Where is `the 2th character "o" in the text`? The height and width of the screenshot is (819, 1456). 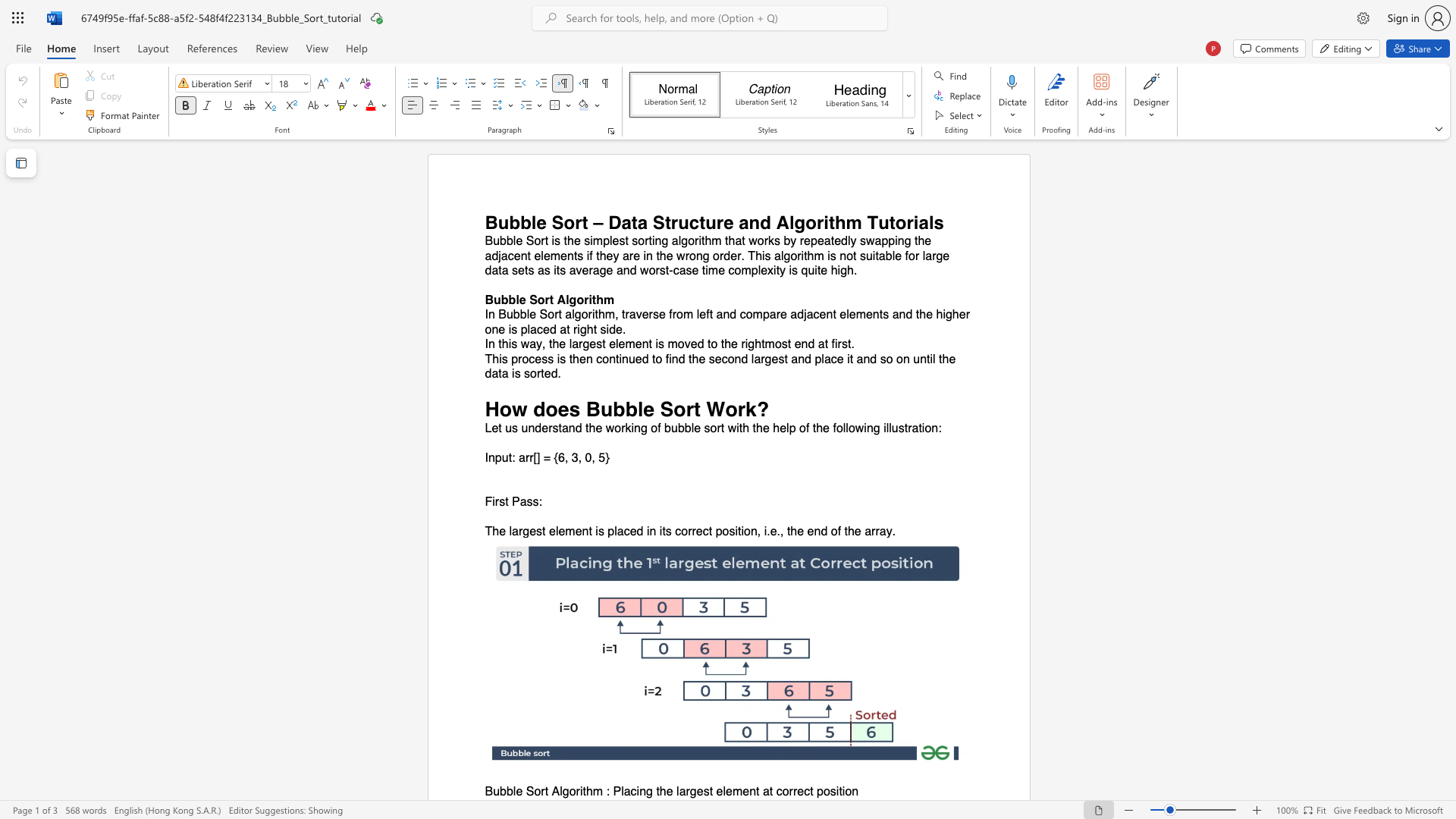
the 2th character "o" in the text is located at coordinates (810, 222).